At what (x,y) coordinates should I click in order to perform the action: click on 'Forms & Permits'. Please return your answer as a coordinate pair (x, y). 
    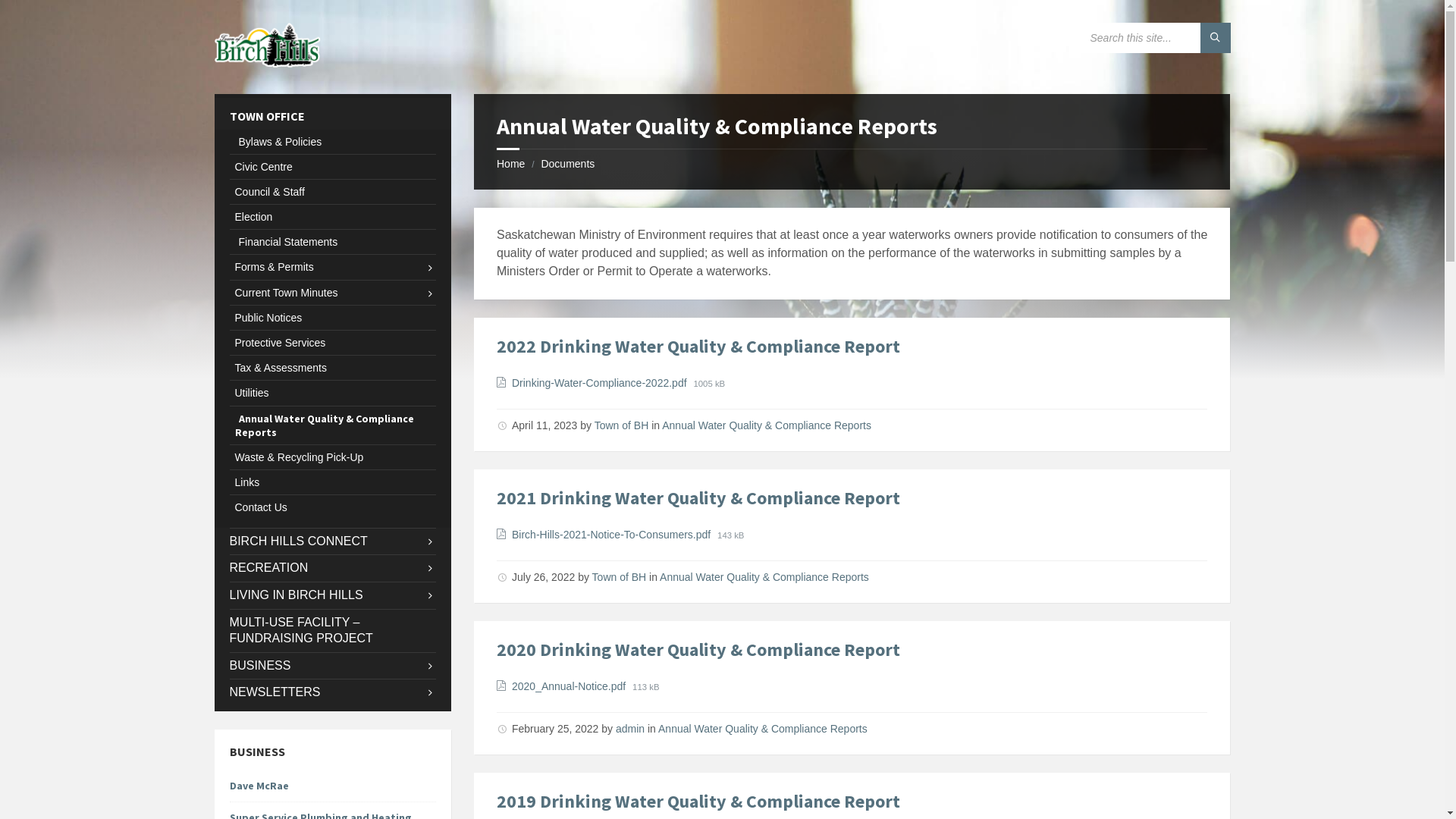
    Looking at the image, I should click on (331, 265).